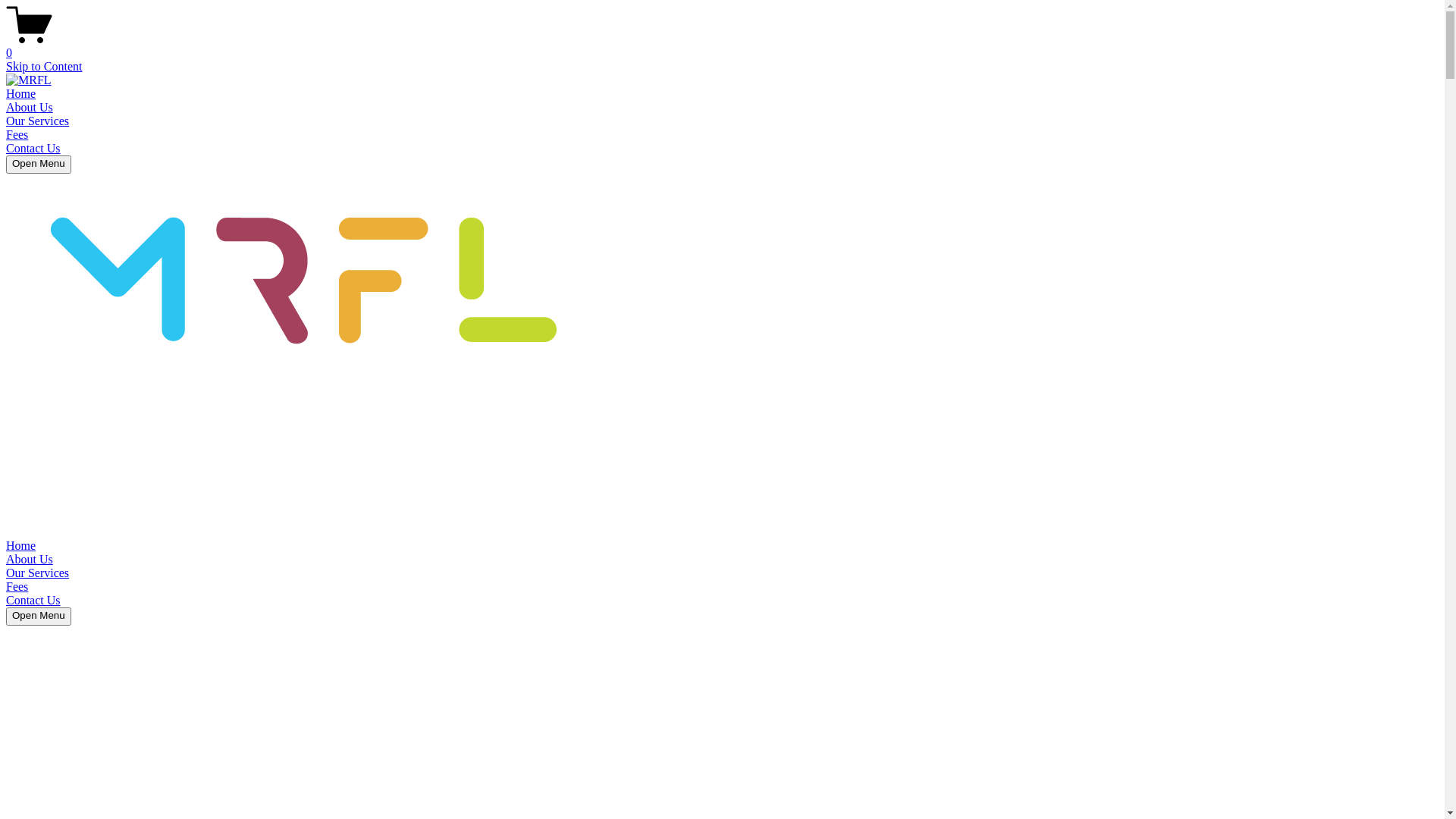 The width and height of the screenshot is (1456, 819). Describe the element at coordinates (37, 120) in the screenshot. I see `'Our Services'` at that location.